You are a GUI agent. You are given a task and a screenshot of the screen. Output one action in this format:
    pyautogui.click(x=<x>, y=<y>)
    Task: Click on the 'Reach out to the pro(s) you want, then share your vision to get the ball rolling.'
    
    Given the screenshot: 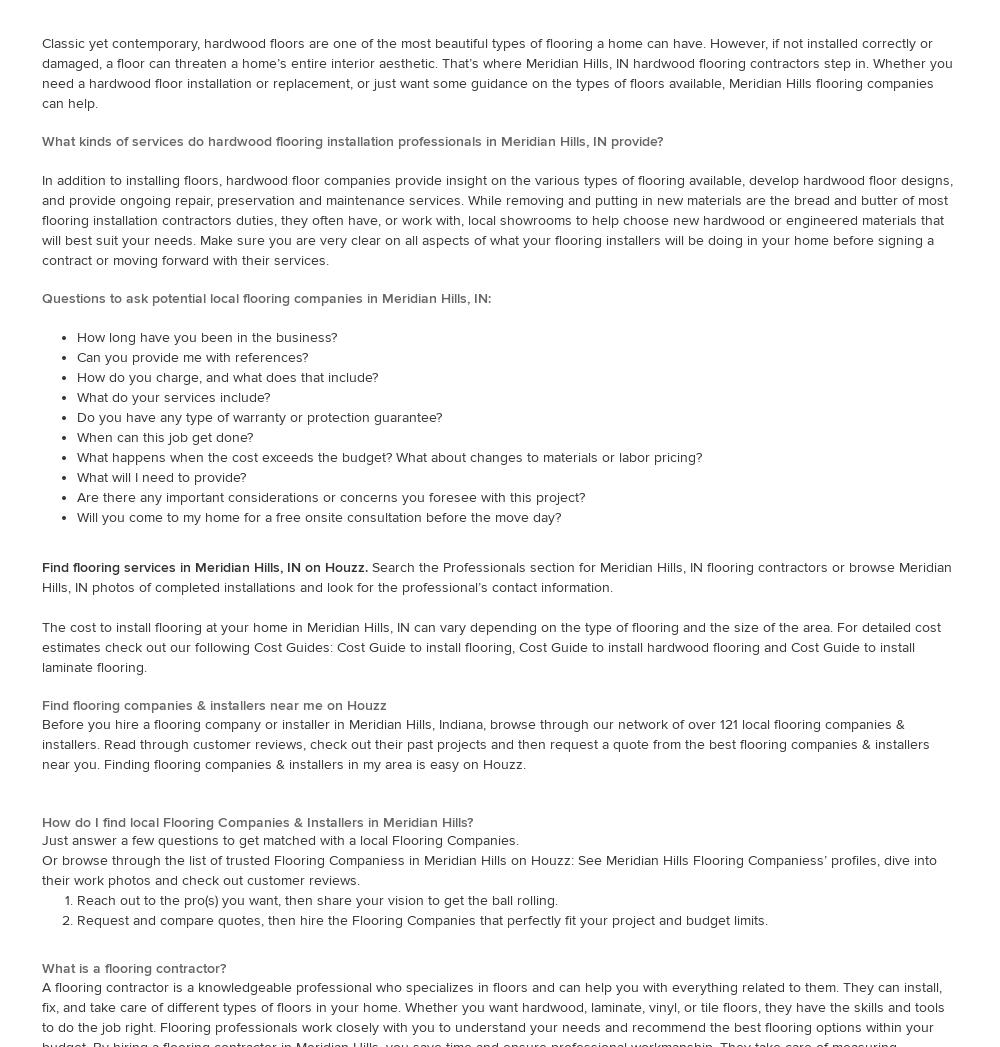 What is the action you would take?
    pyautogui.click(x=316, y=899)
    